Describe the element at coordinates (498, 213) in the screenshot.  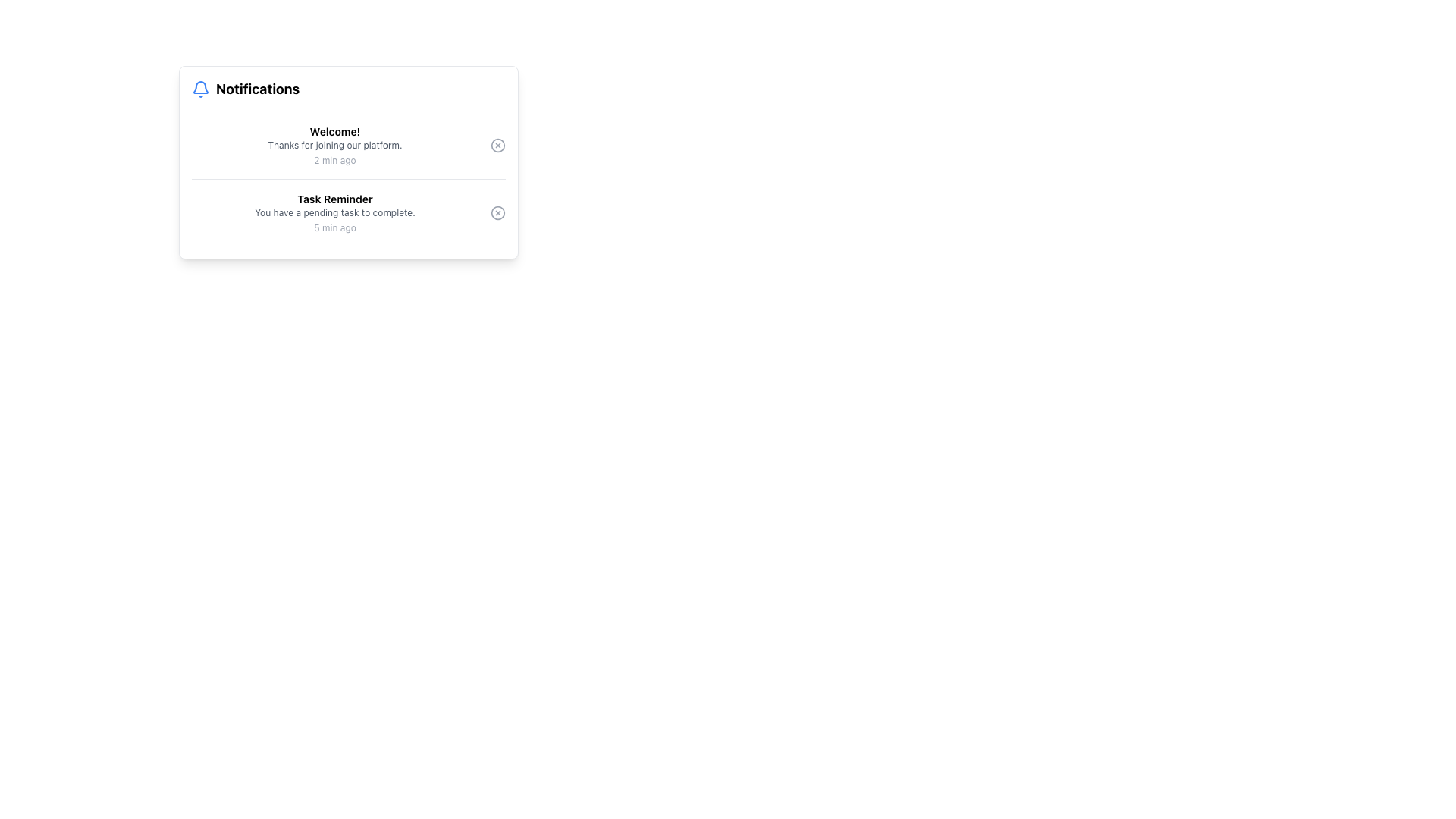
I see `the small circular 'X' button next to the 'Task Reminder' notification` at that location.